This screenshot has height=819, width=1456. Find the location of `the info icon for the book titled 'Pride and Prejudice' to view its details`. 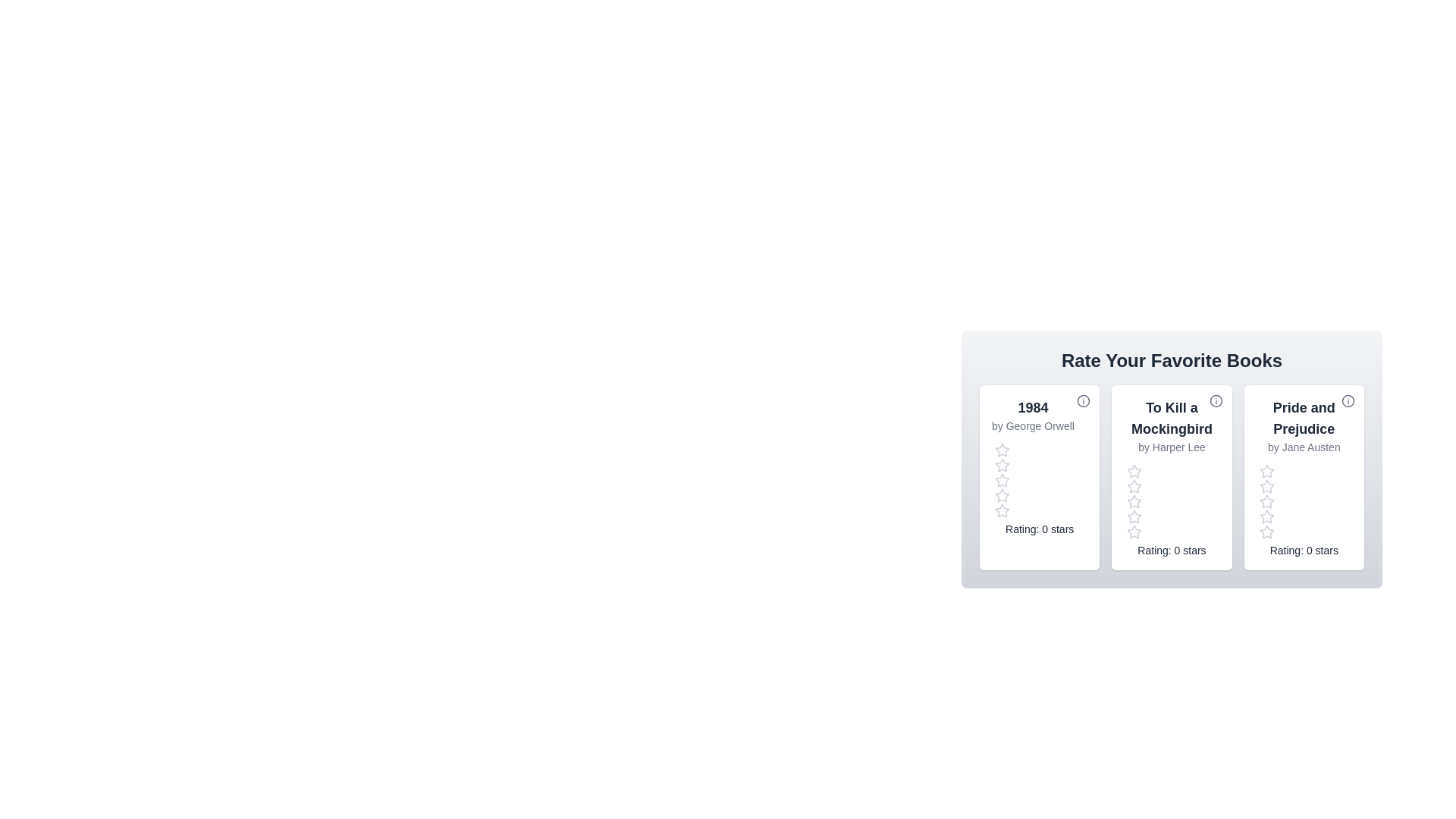

the info icon for the book titled 'Pride and Prejudice' to view its details is located at coordinates (1348, 400).